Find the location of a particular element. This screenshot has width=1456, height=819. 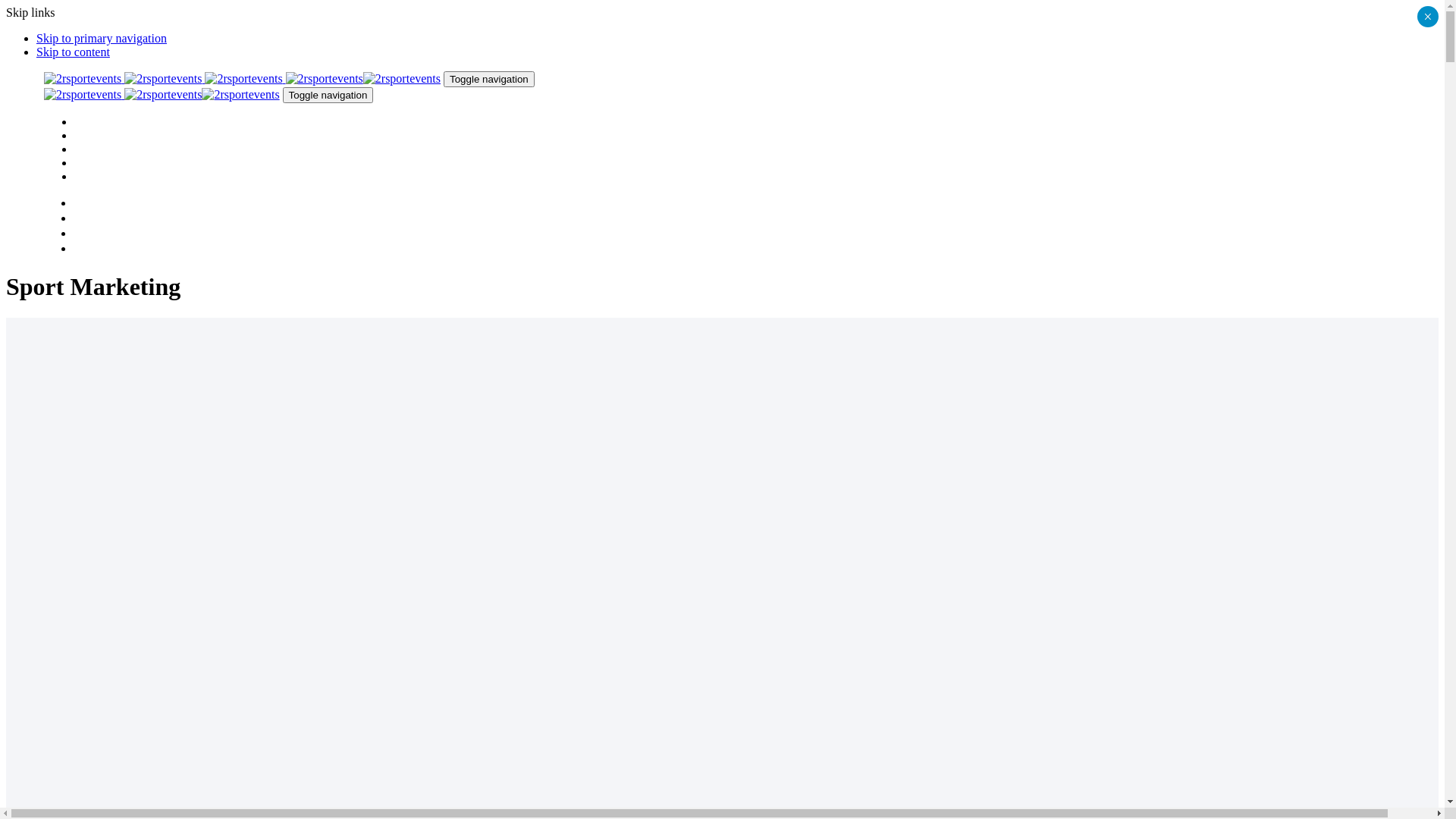

'Toggle navigation' is located at coordinates (327, 95).